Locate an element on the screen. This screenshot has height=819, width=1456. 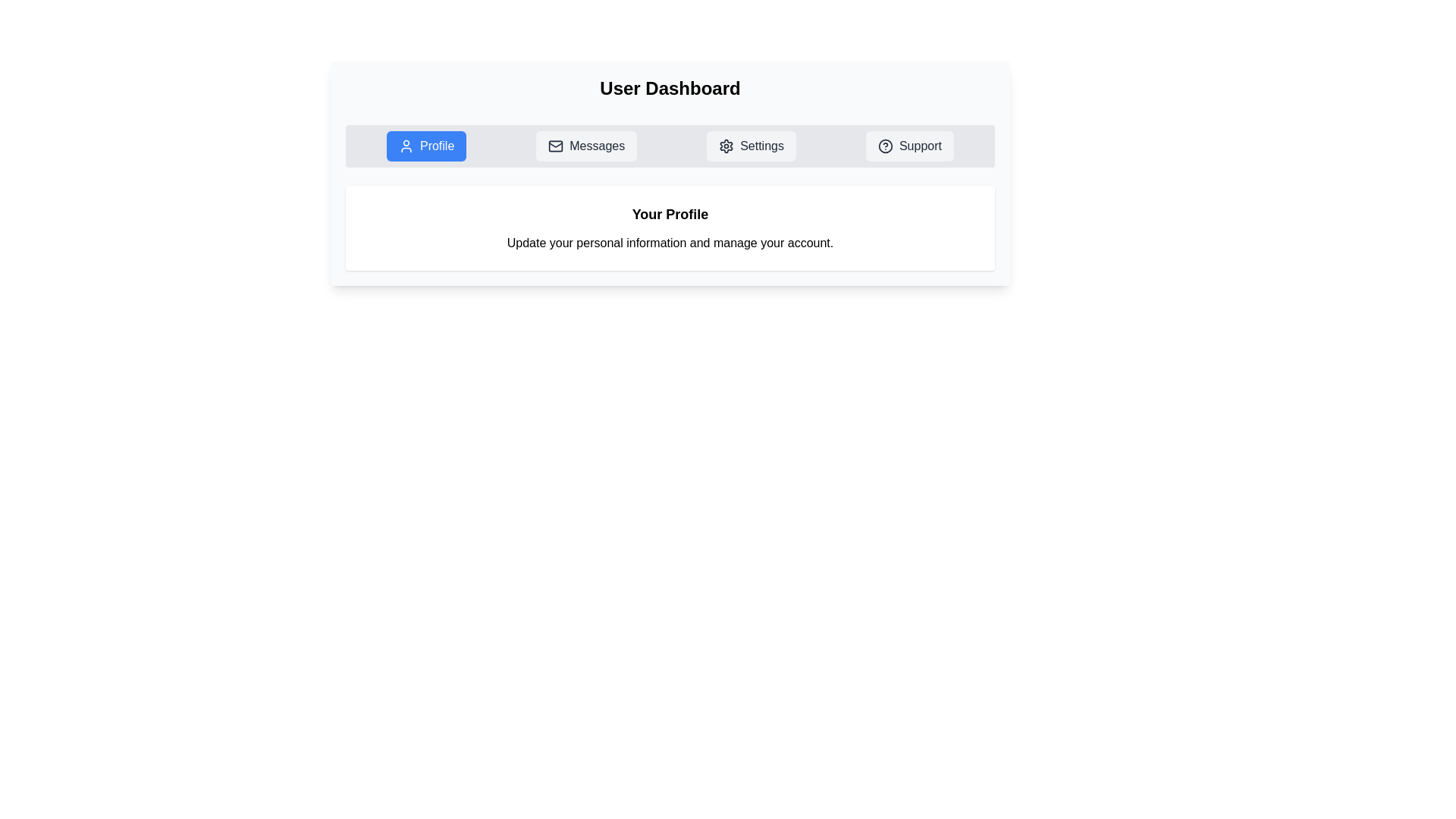
the first button from the left in the group of action buttons is located at coordinates (425, 146).